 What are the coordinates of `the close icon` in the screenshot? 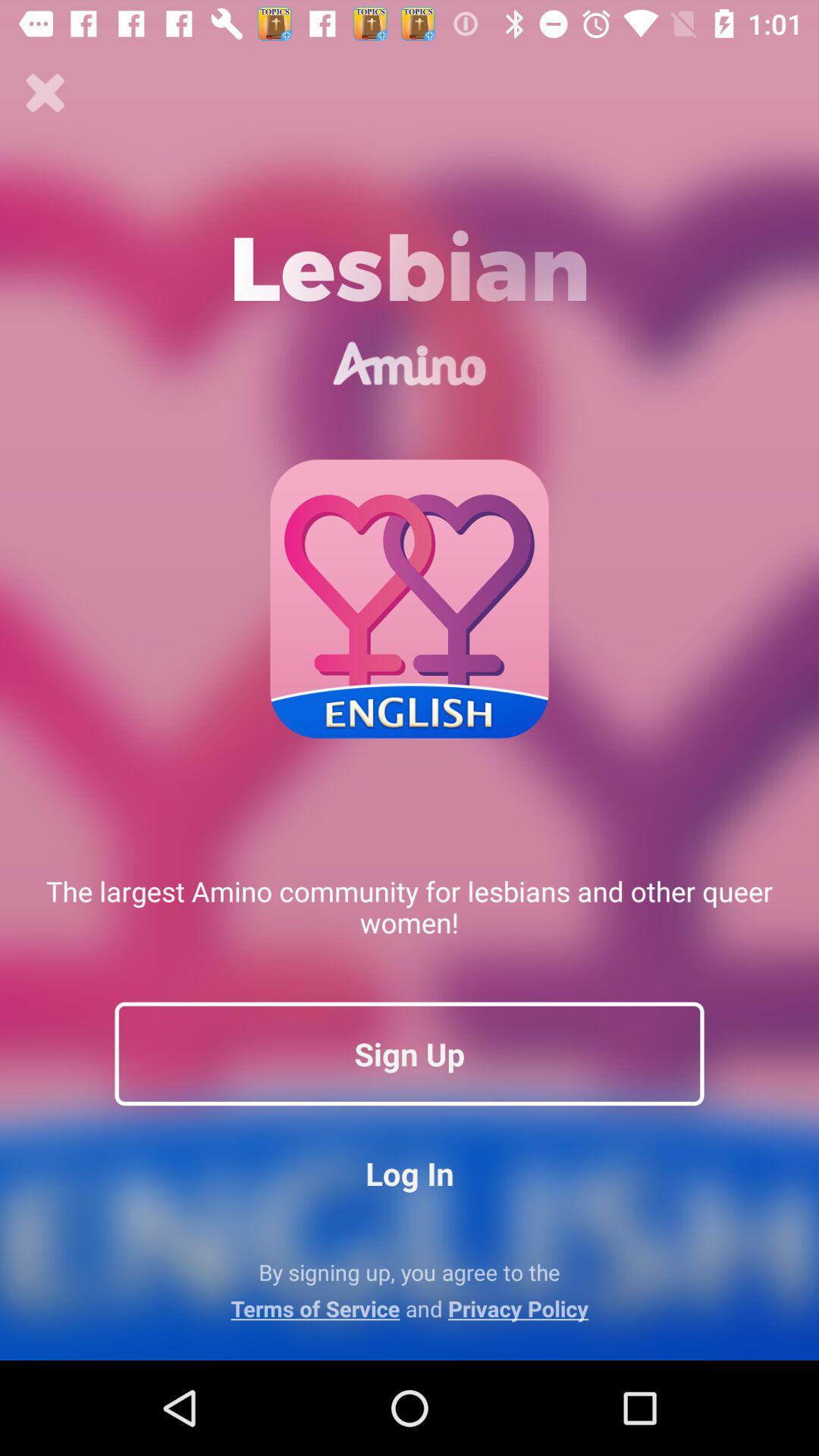 It's located at (45, 93).